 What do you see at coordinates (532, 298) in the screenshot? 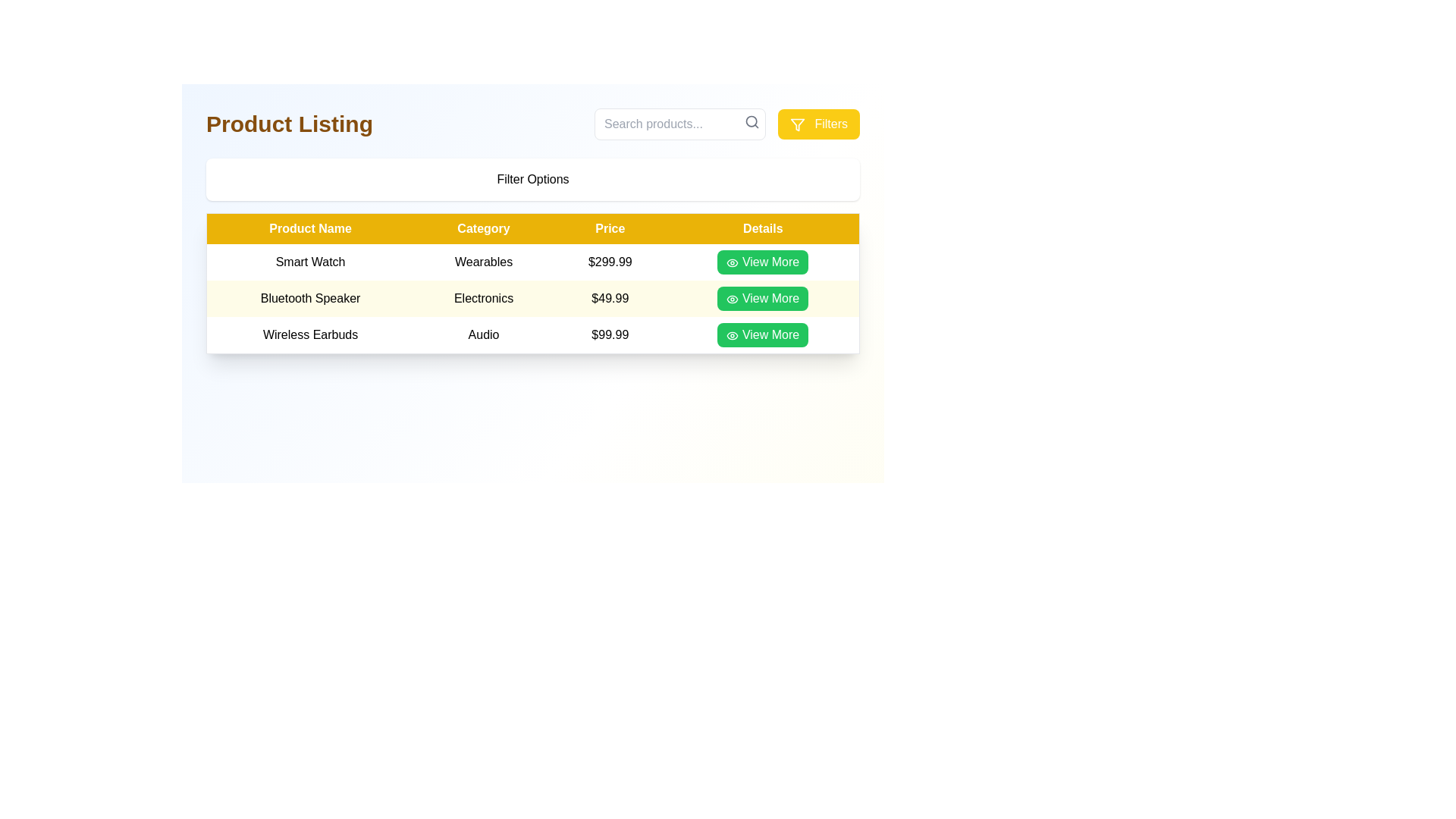
I see `the product entry for 'Bluetooth Speaker' in the product listing table by clicking on the 'View More' button located in the second row of the table` at bounding box center [532, 298].